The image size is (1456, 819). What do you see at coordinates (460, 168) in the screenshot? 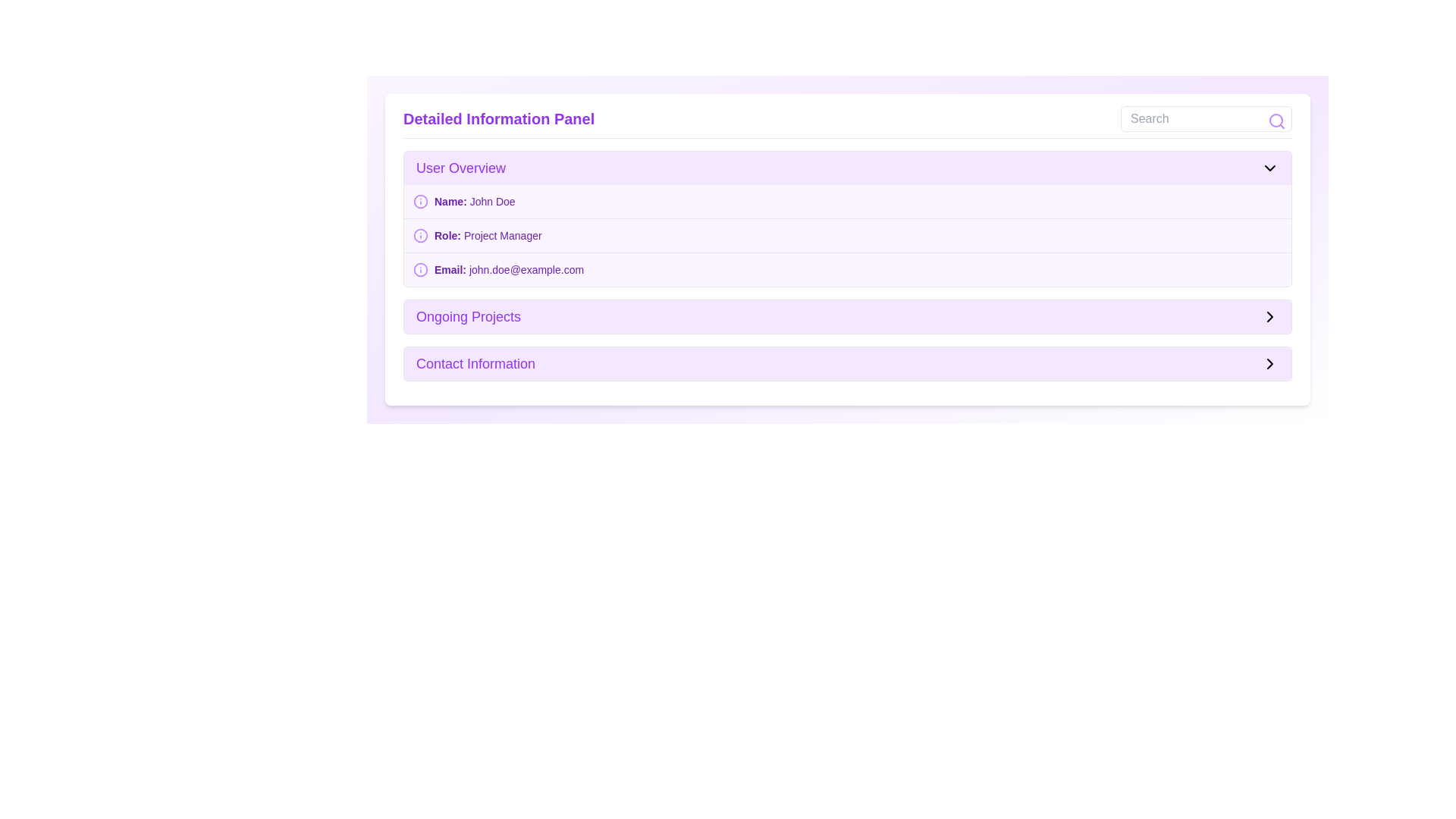
I see `the 'User Overview' label, which displays the text in bold purple font against a light purple background, located at the top-left section of the 'Detailed Information Panel'` at bounding box center [460, 168].